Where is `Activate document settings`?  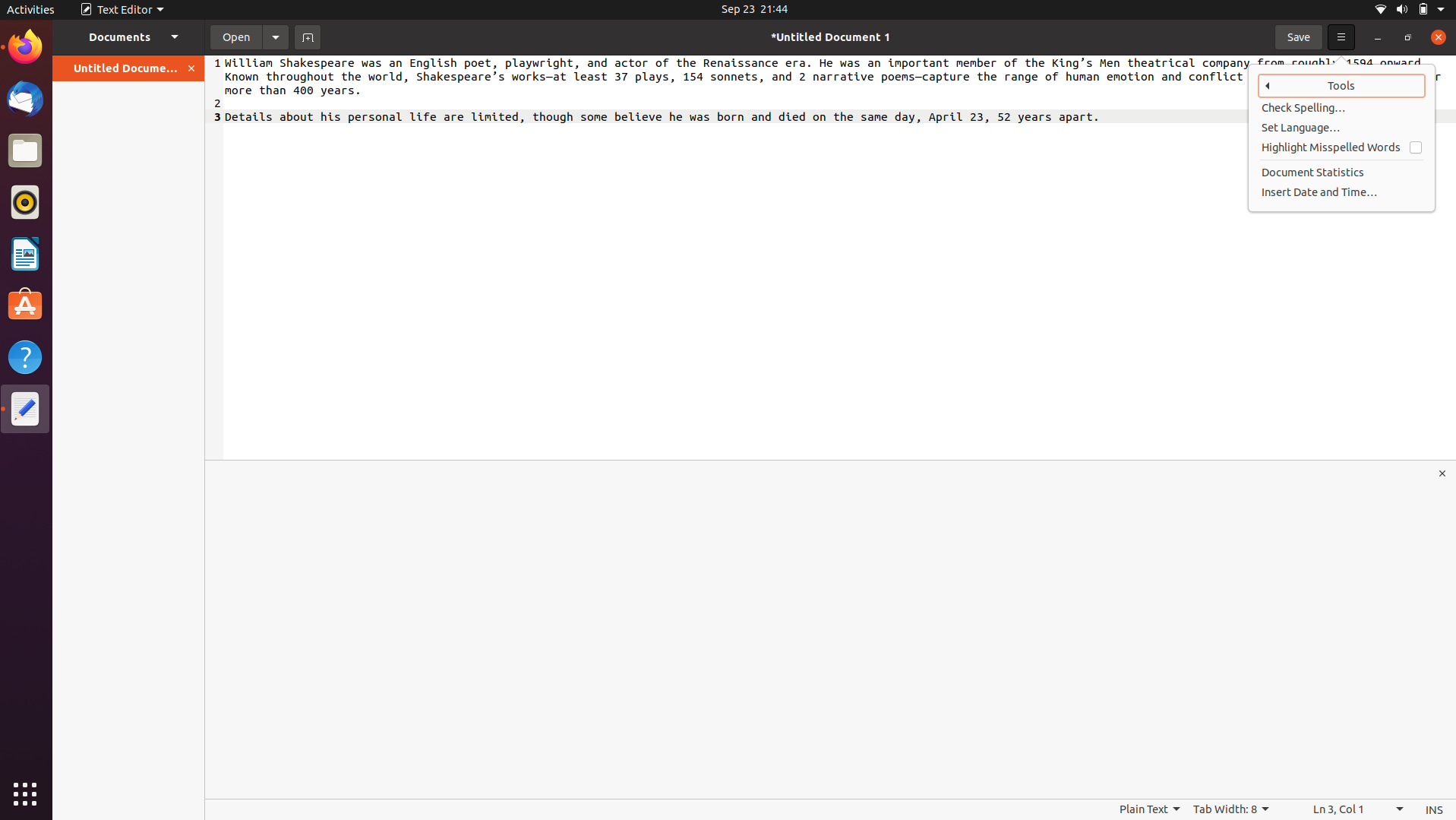
Activate document settings is located at coordinates (275, 36).